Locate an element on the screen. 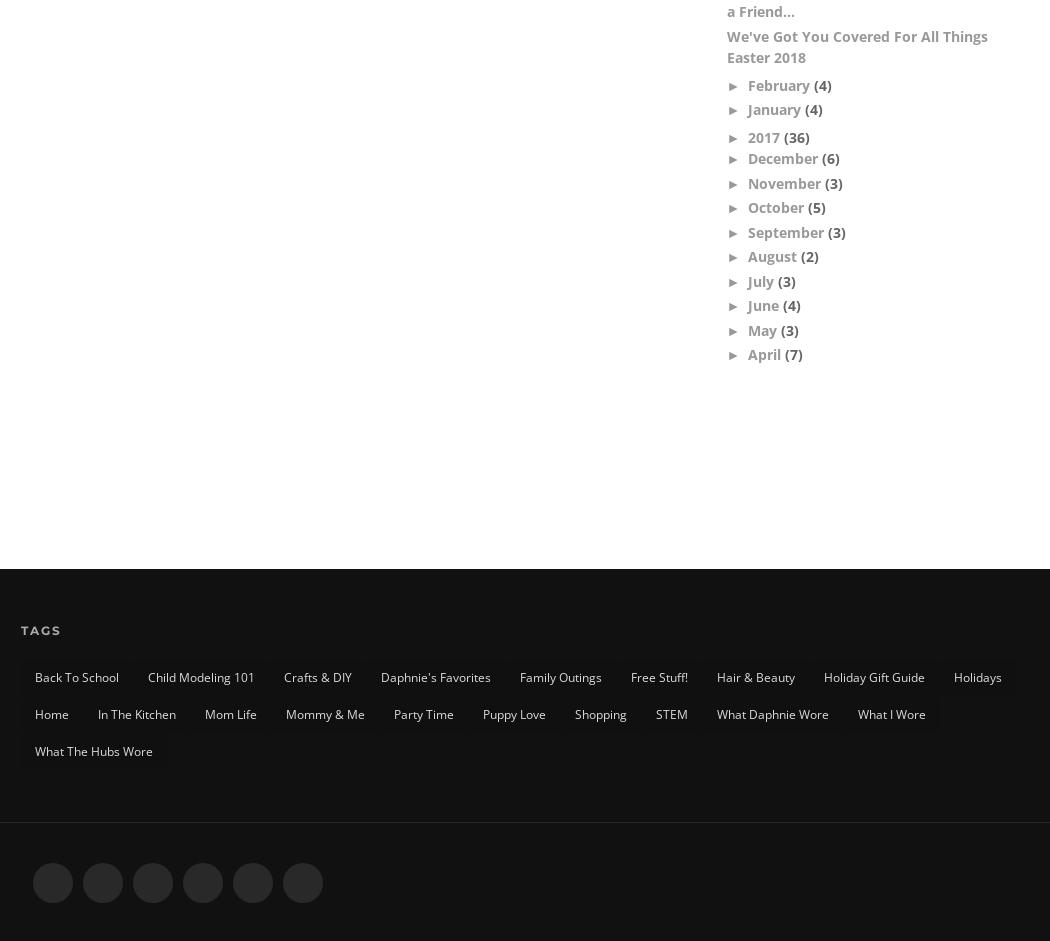 This screenshot has width=1050, height=941. 'January' is located at coordinates (776, 109).